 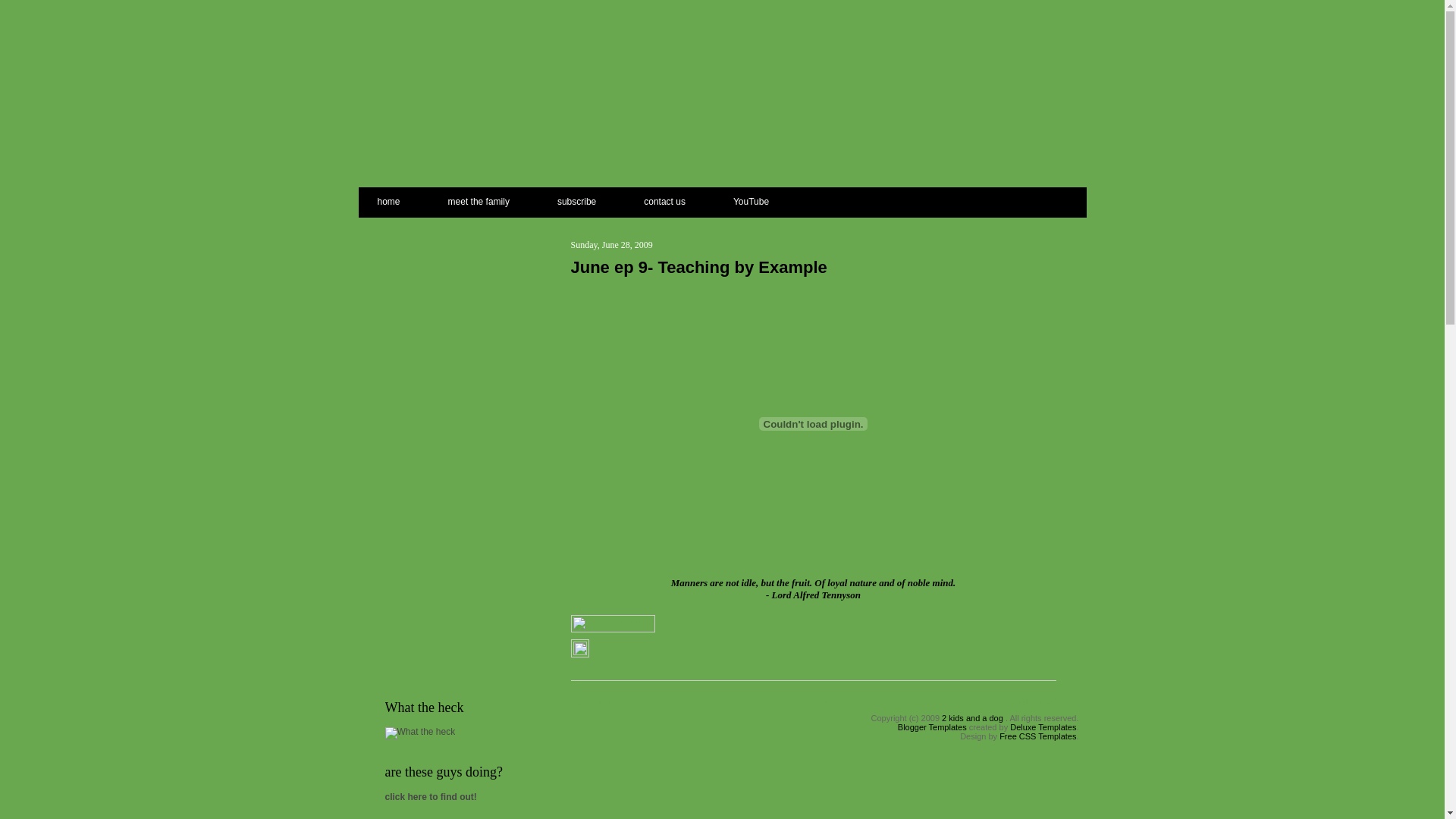 What do you see at coordinates (430, 795) in the screenshot?
I see `'click here to find out!'` at bounding box center [430, 795].